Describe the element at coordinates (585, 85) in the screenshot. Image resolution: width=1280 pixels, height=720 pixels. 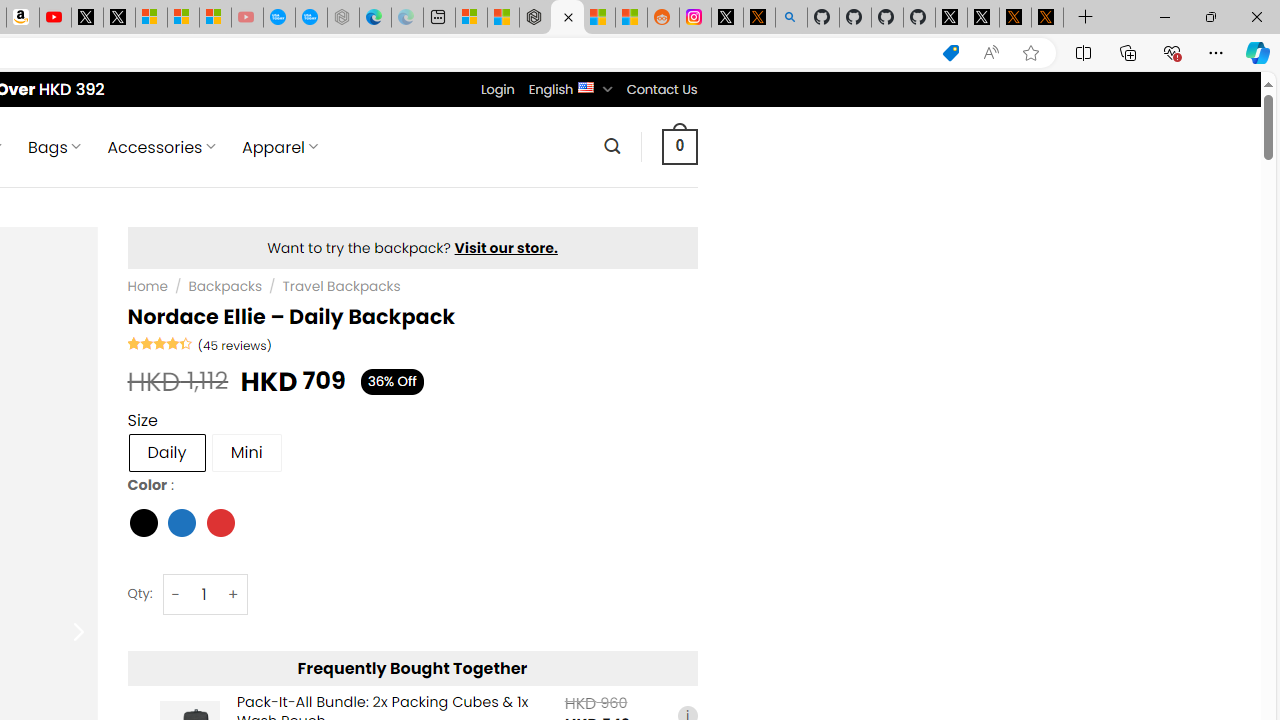
I see `'English'` at that location.